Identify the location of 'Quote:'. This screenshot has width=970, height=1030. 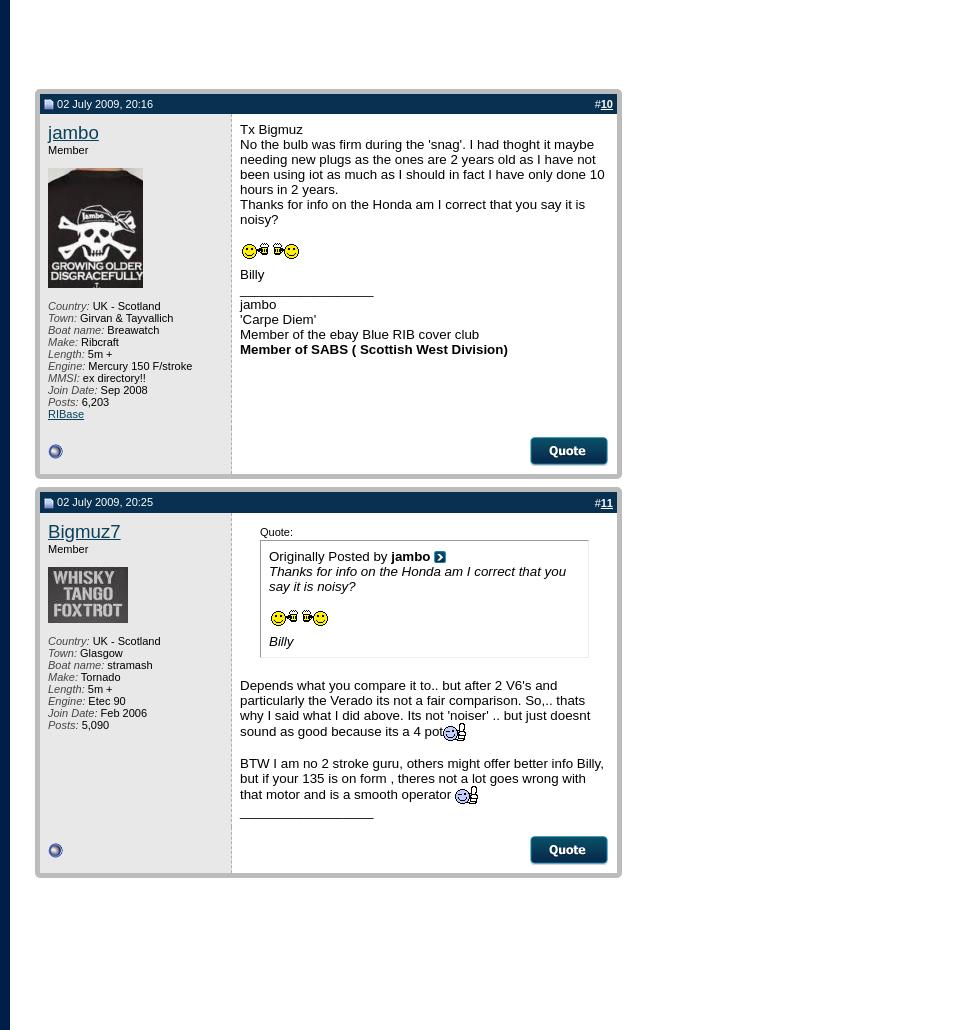
(275, 530).